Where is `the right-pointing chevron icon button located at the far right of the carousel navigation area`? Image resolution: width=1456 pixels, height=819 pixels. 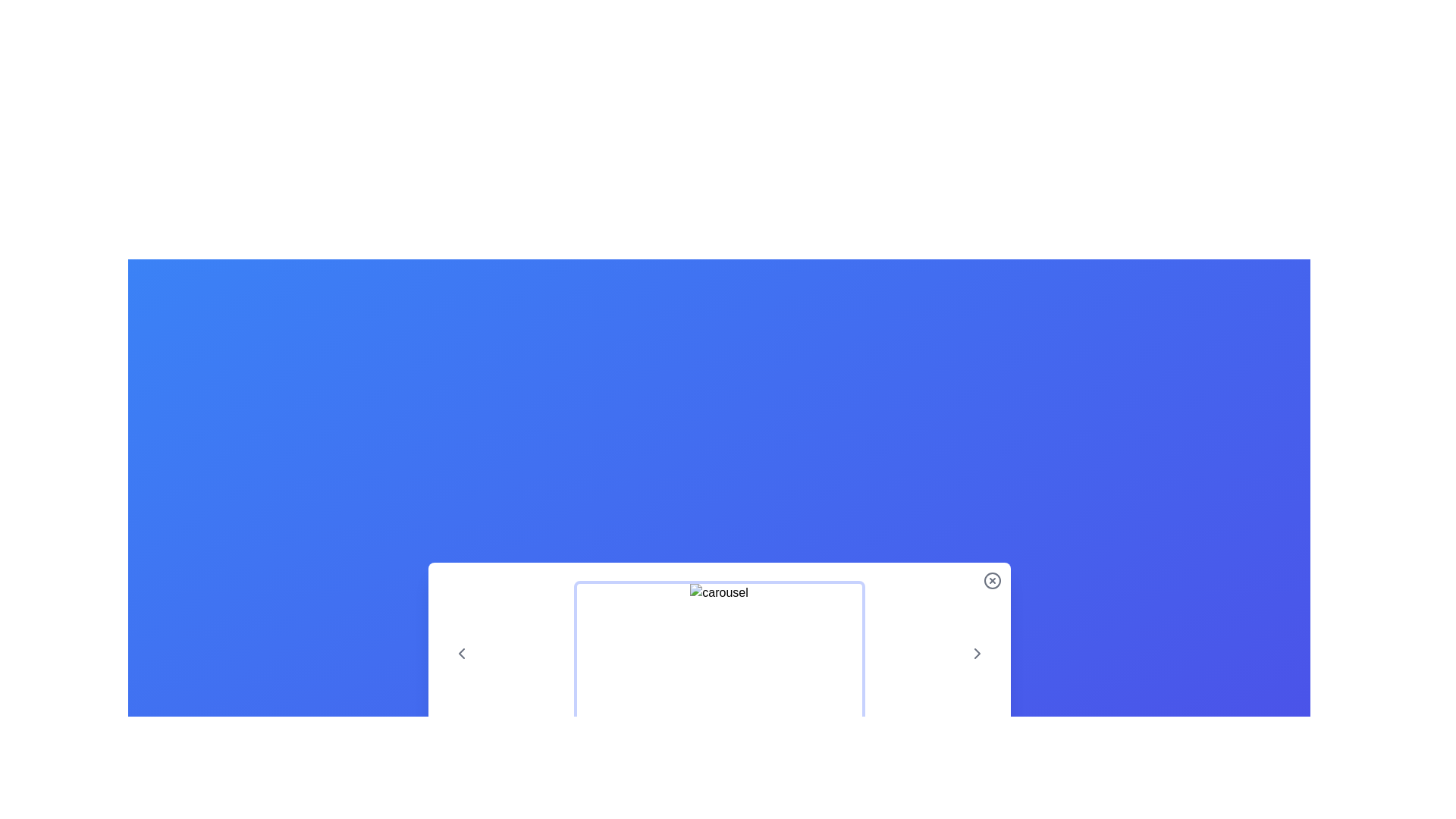
the right-pointing chevron icon button located at the far right of the carousel navigation area is located at coordinates (977, 652).